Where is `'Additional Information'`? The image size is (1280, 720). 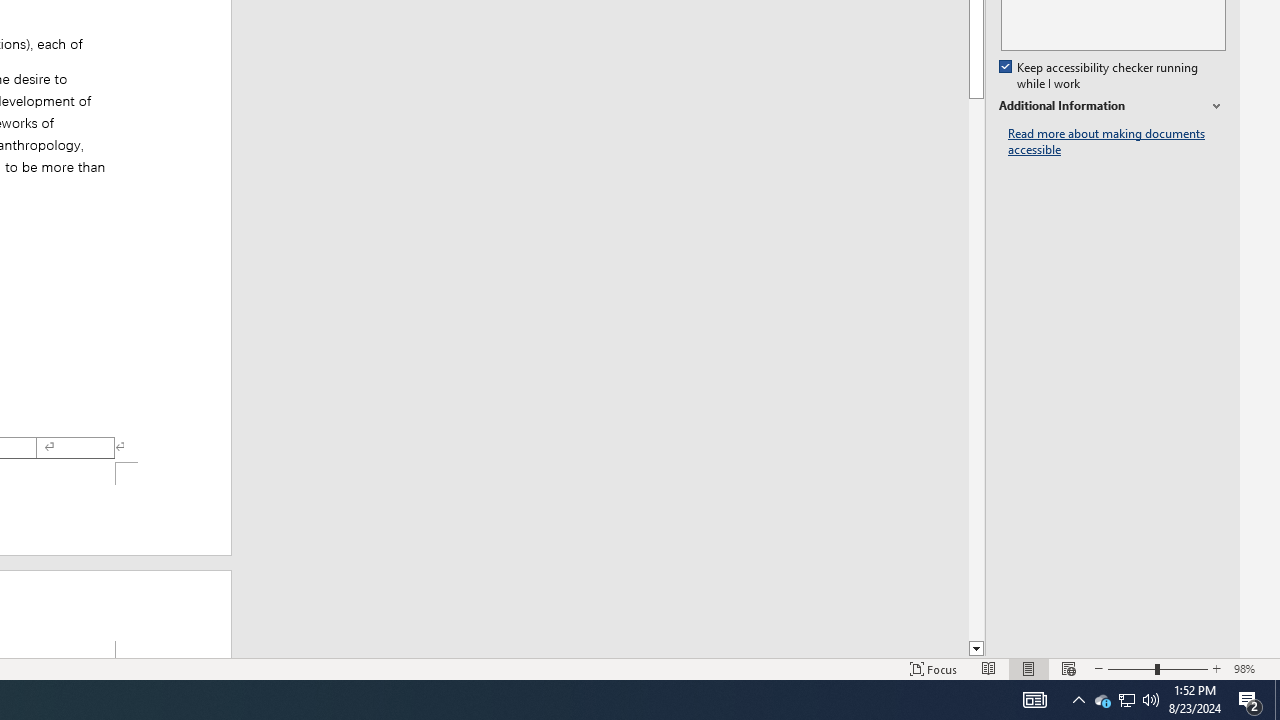
'Additional Information' is located at coordinates (1111, 106).